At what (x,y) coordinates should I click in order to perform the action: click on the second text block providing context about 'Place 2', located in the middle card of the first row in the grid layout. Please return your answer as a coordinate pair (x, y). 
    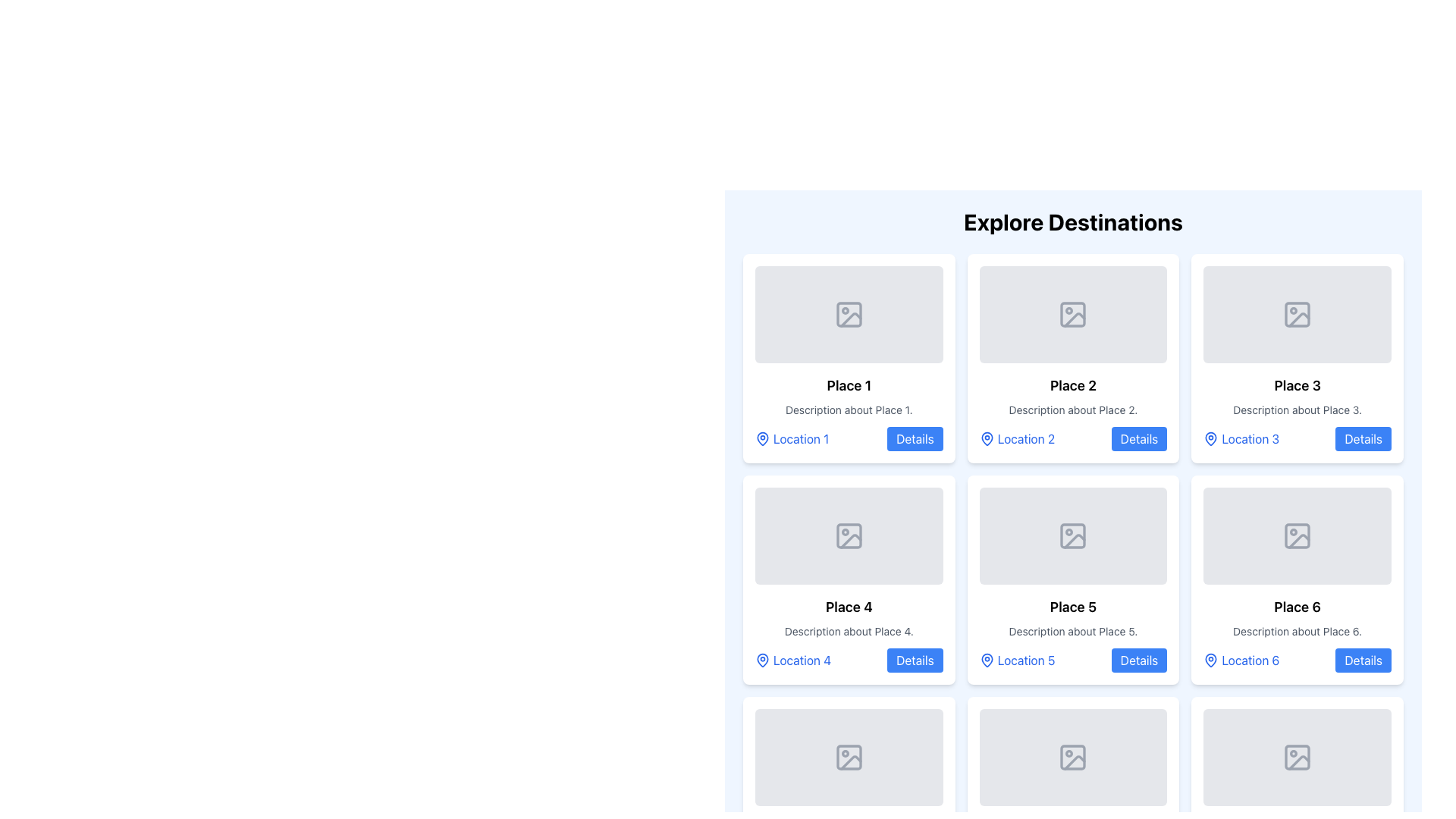
    Looking at the image, I should click on (1072, 409).